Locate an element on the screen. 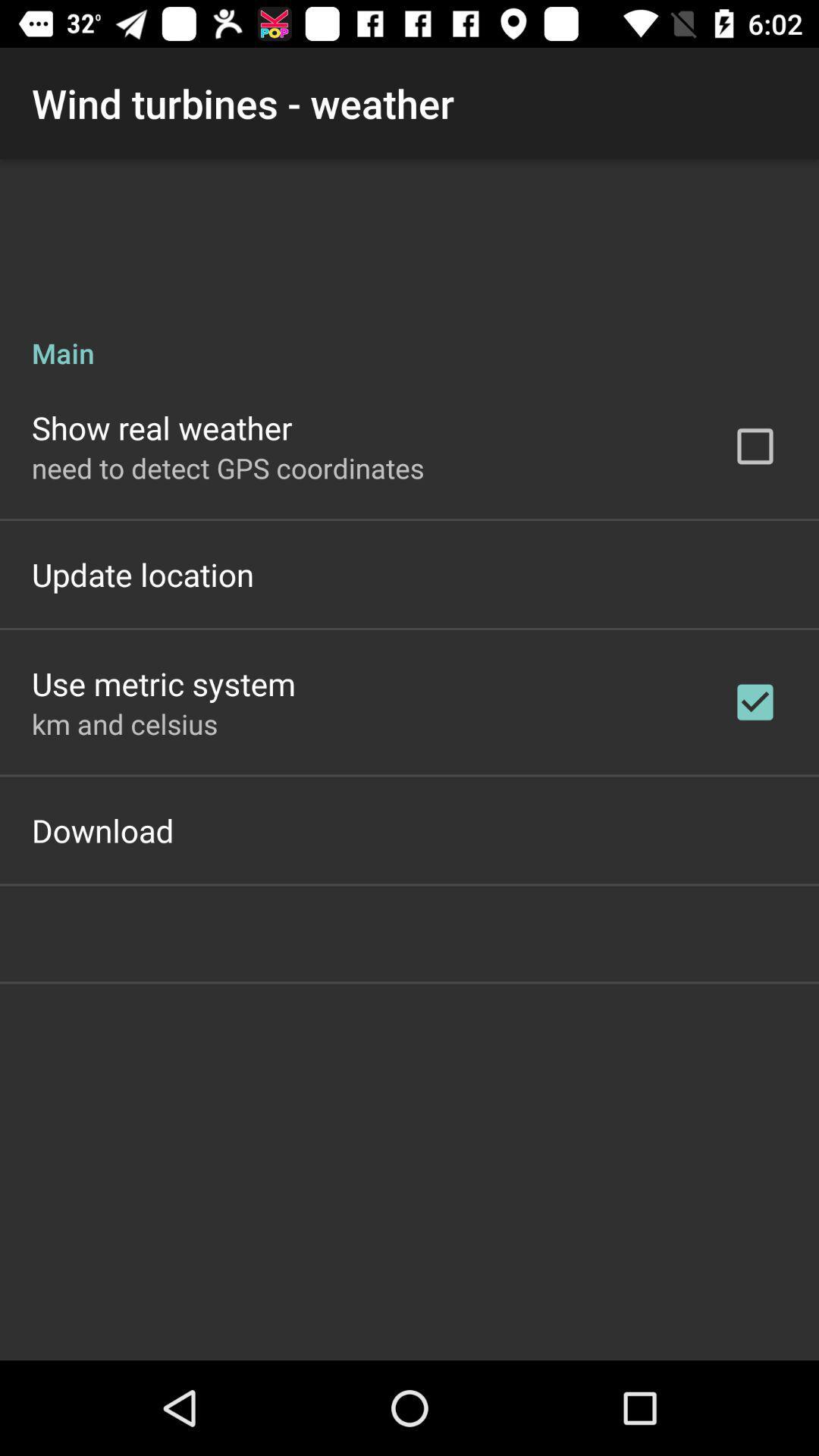 This screenshot has height=1456, width=819. app above download app is located at coordinates (124, 723).